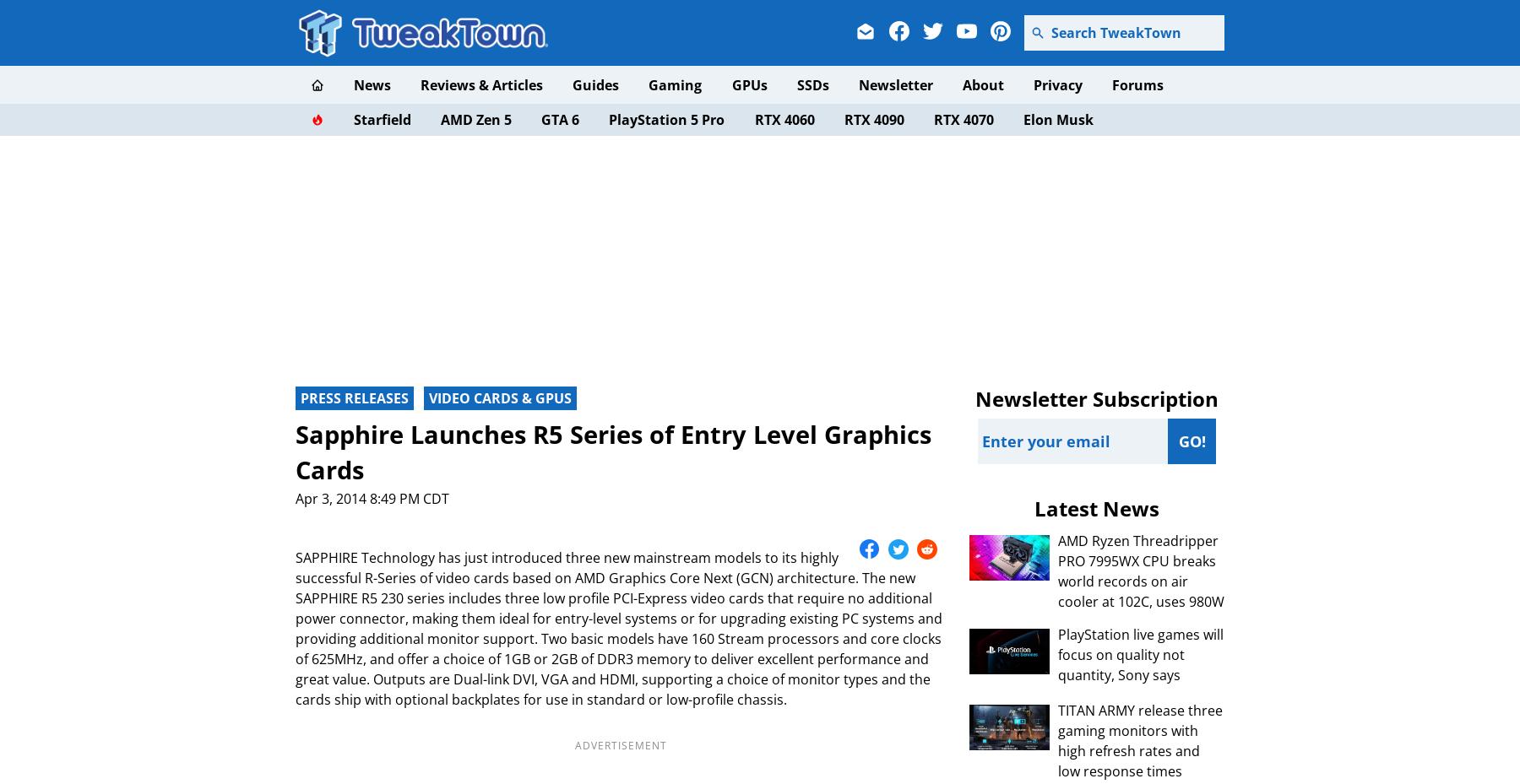  What do you see at coordinates (1058, 119) in the screenshot?
I see `'Elon Musk'` at bounding box center [1058, 119].